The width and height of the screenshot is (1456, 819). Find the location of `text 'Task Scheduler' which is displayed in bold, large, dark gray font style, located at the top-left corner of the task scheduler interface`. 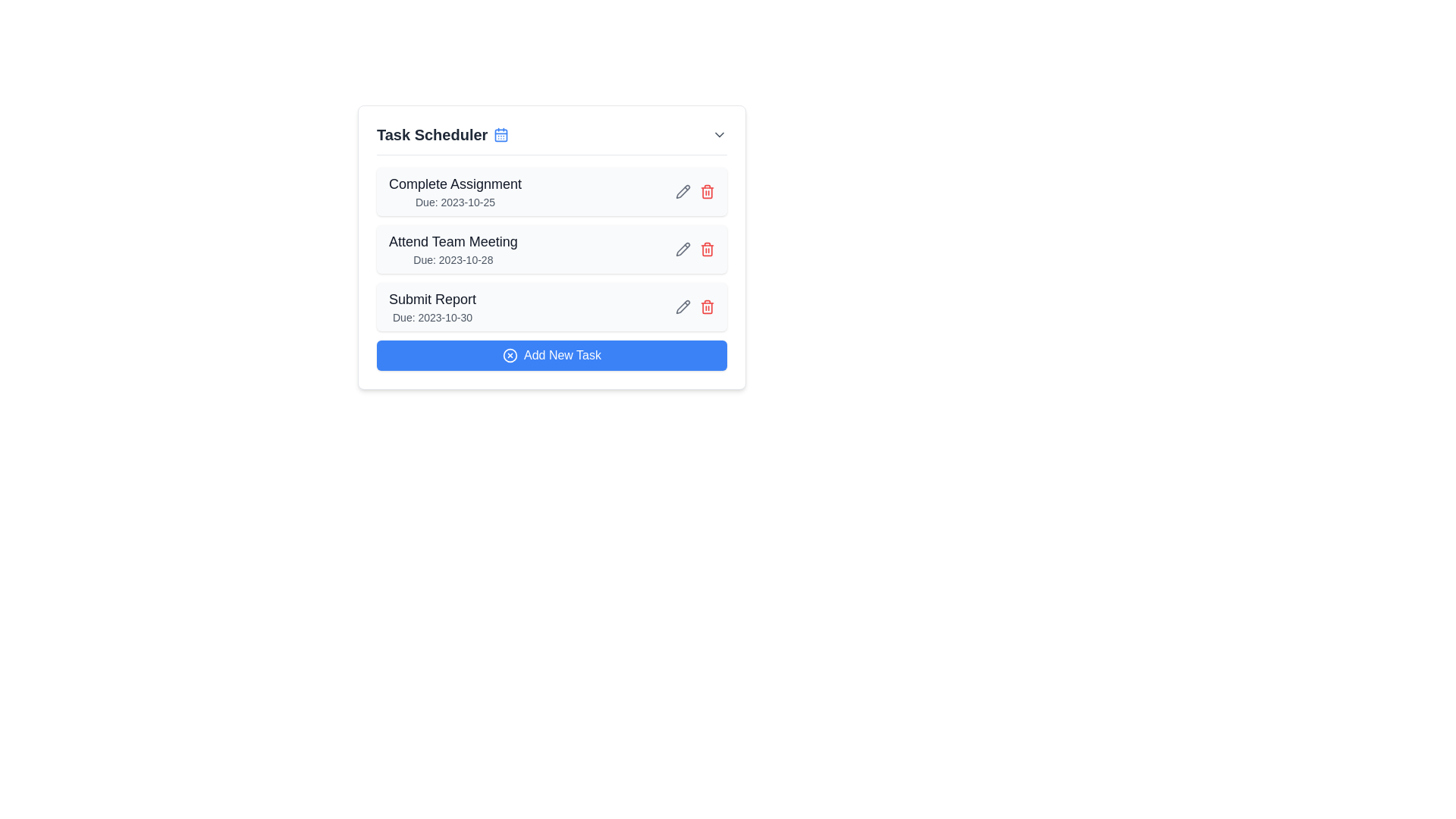

text 'Task Scheduler' which is displayed in bold, large, dark gray font style, located at the top-left corner of the task scheduler interface is located at coordinates (442, 133).